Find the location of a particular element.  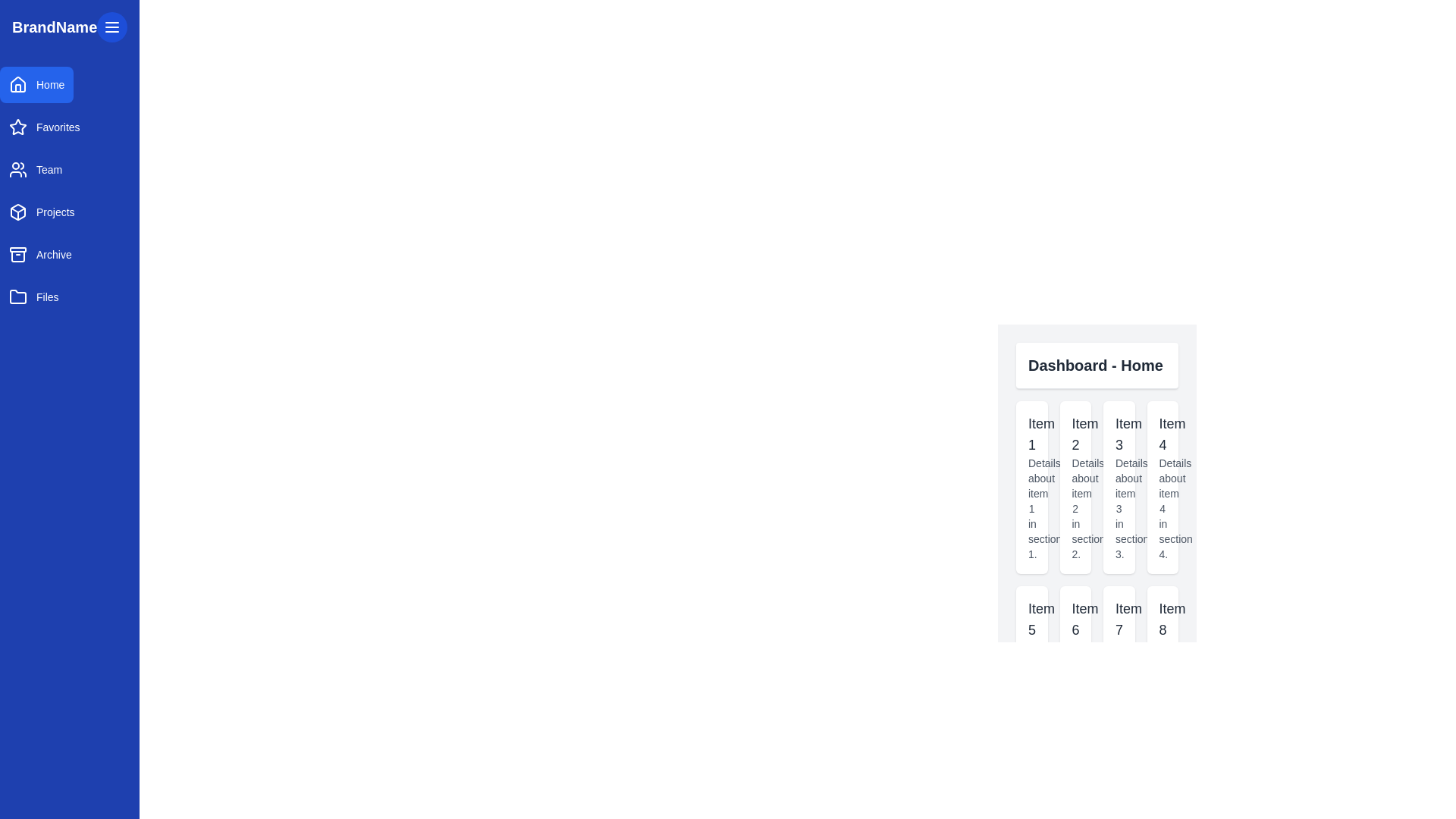

the header text label located is located at coordinates (1162, 620).